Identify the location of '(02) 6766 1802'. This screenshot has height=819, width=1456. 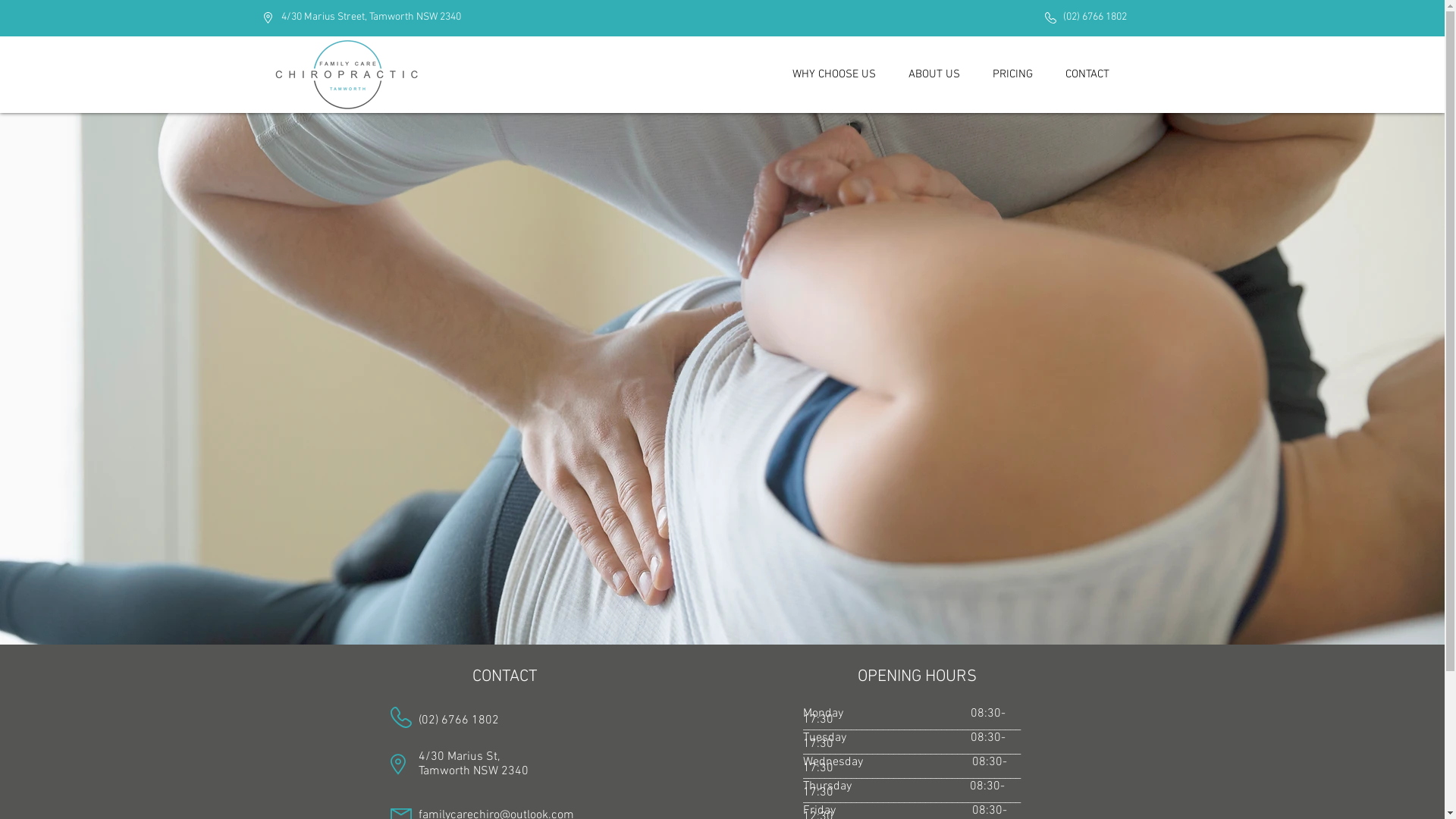
(457, 719).